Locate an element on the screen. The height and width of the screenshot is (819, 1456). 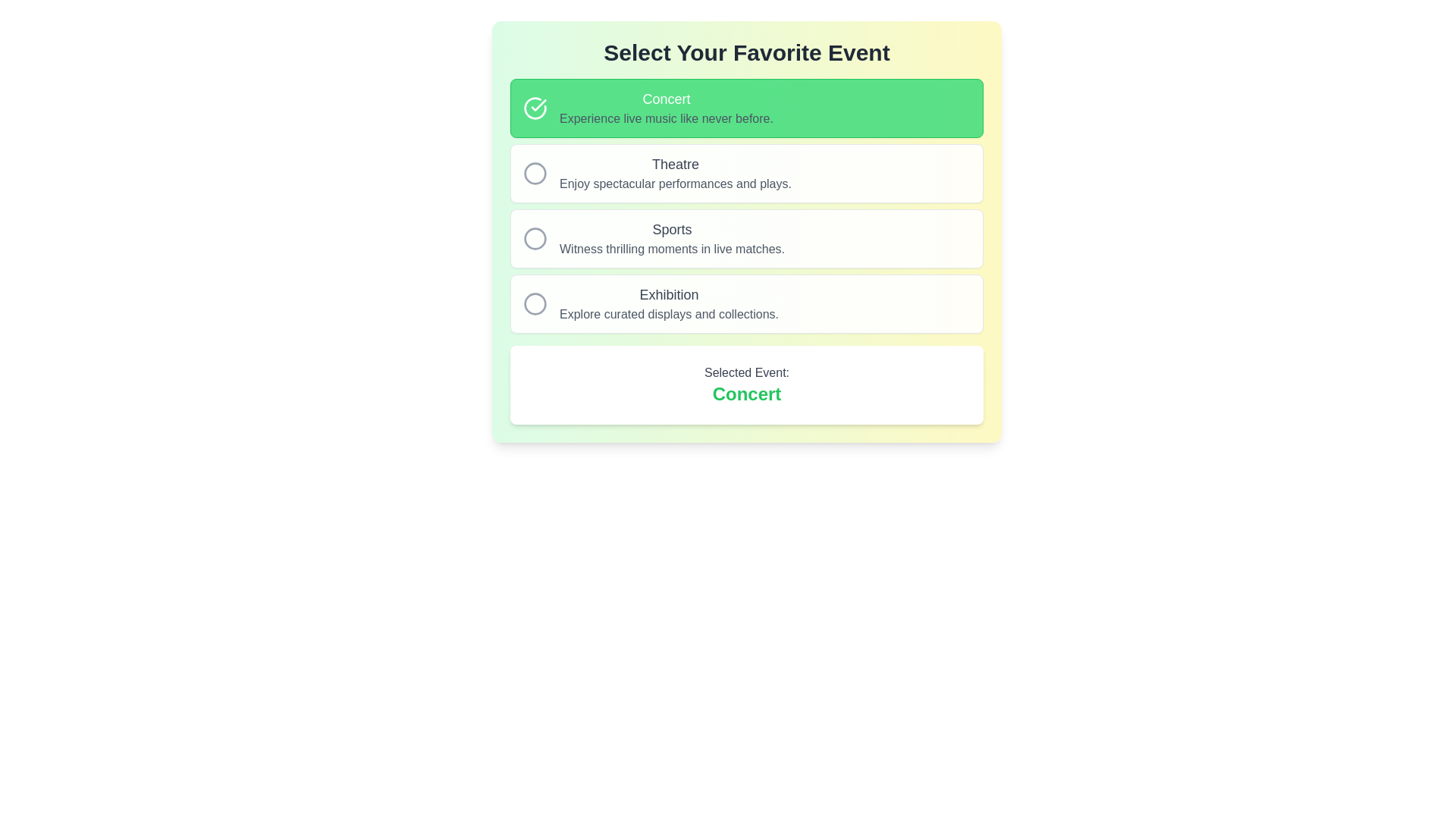
the selectable list item containing the text 'Theatre', which is the second item in the vertical list and has a bold, larger font is located at coordinates (674, 172).